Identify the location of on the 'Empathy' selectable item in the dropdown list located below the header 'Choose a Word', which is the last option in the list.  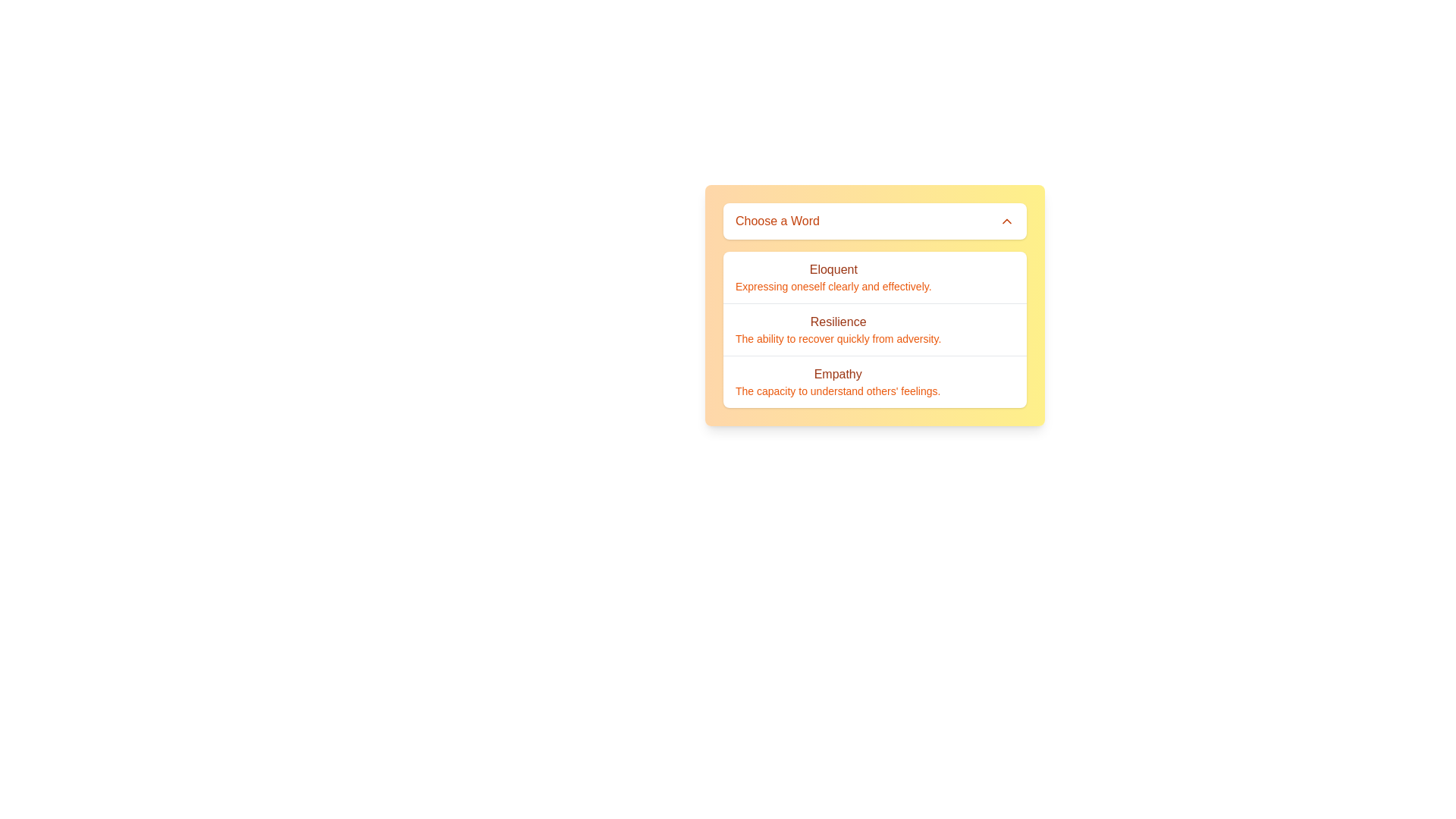
(837, 381).